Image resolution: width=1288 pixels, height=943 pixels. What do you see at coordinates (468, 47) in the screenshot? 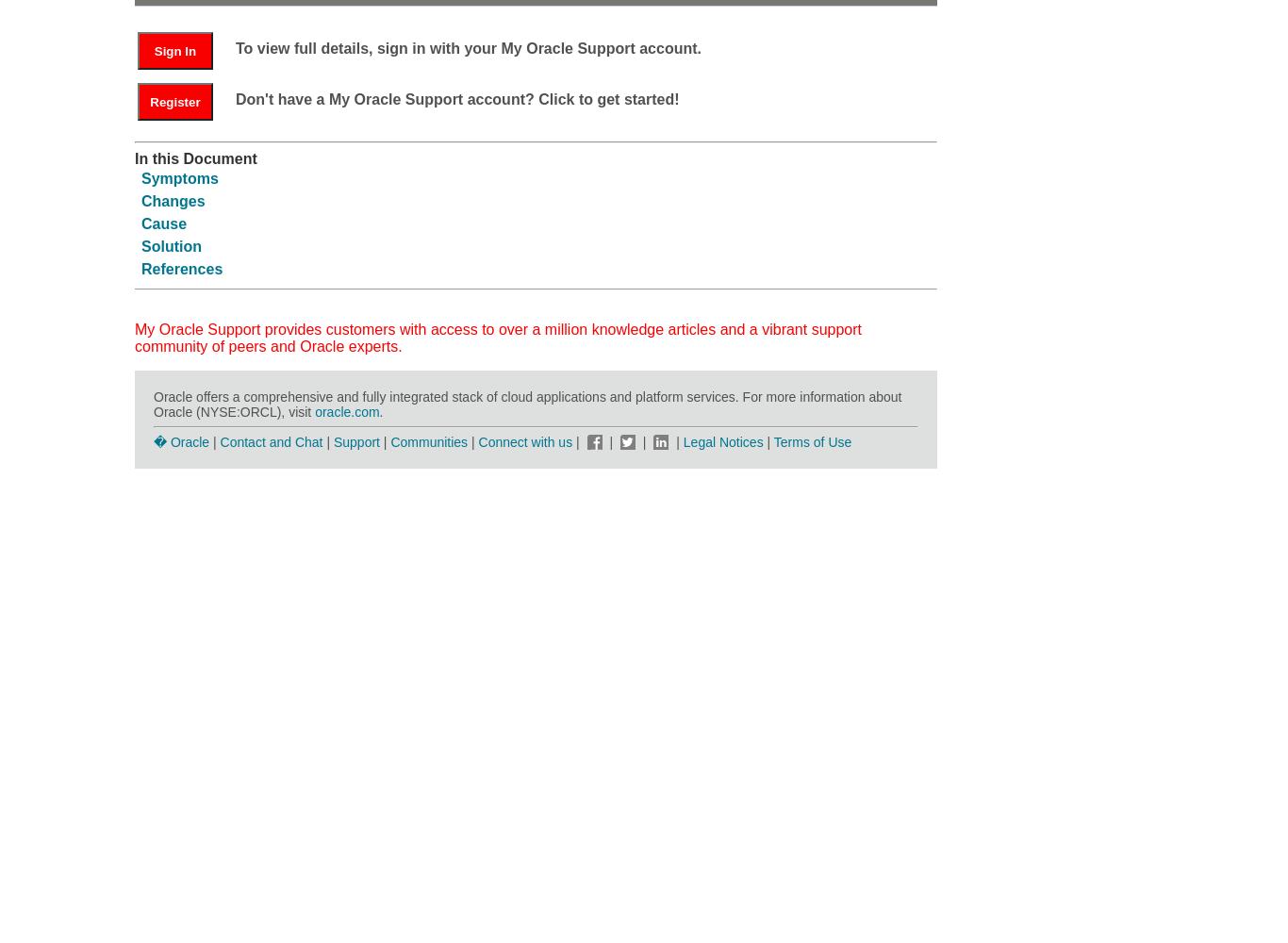
I see `'To view full details, sign in with your My Oracle Support account.'` at bounding box center [468, 47].